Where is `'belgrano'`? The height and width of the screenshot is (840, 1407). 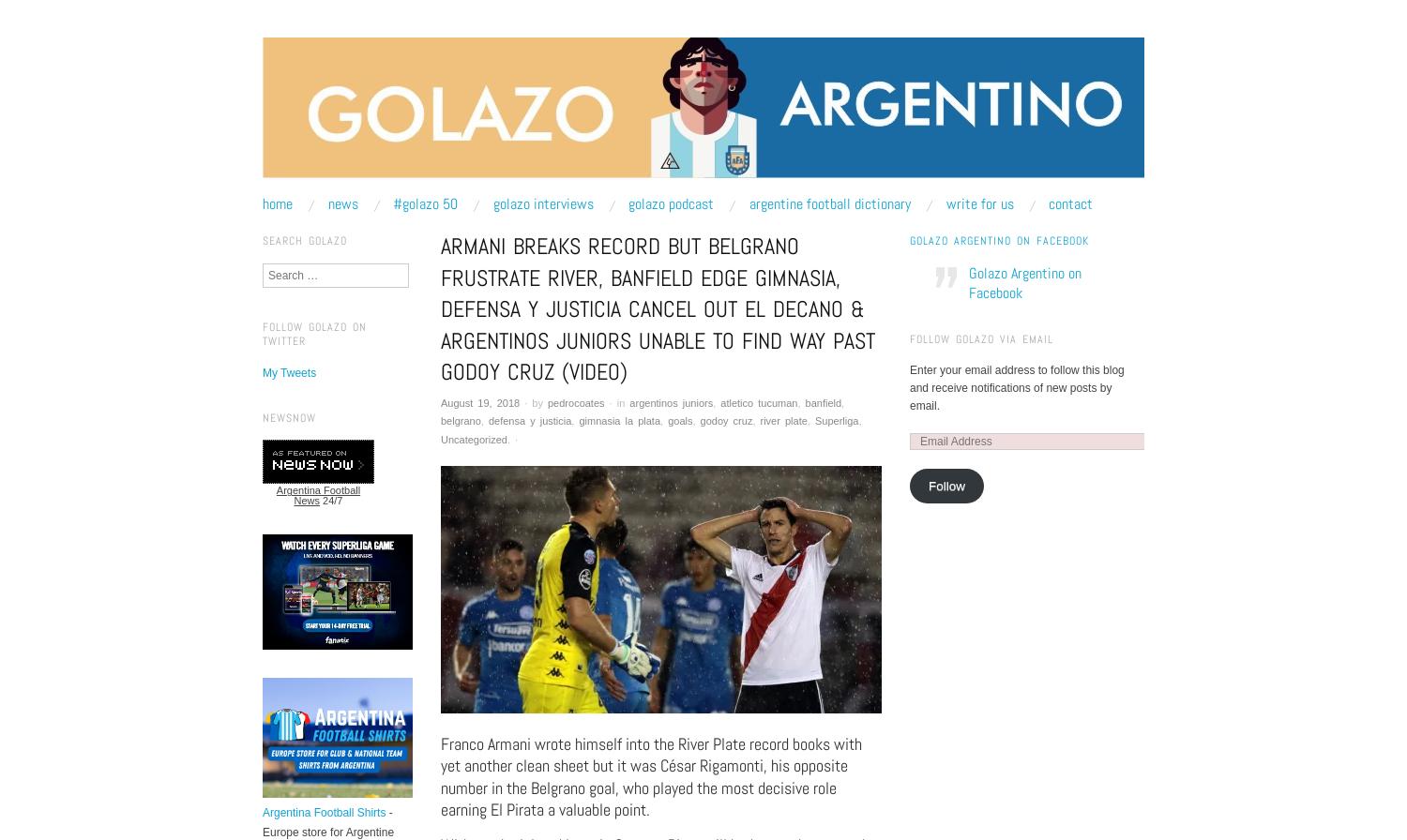
'belgrano' is located at coordinates (439, 420).